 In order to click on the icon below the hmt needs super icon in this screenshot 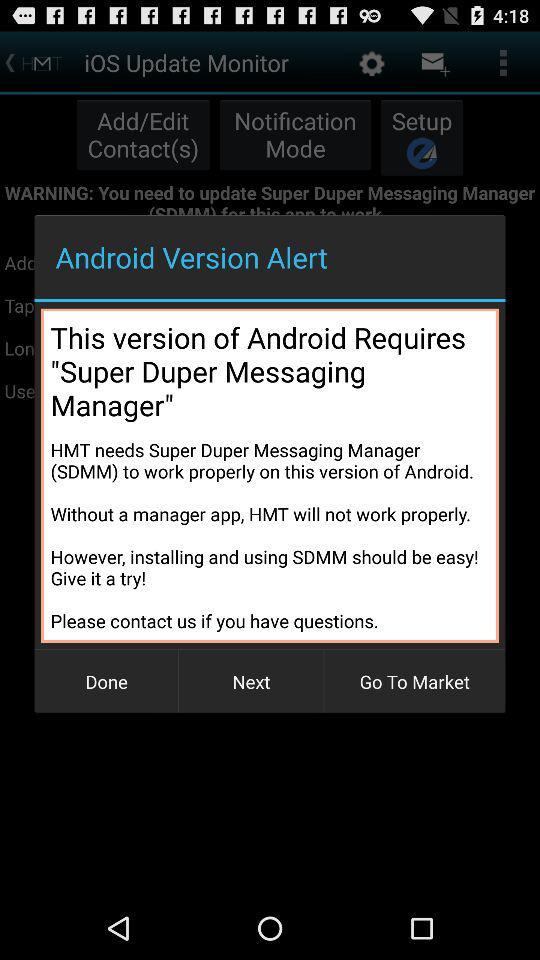, I will do `click(251, 681)`.